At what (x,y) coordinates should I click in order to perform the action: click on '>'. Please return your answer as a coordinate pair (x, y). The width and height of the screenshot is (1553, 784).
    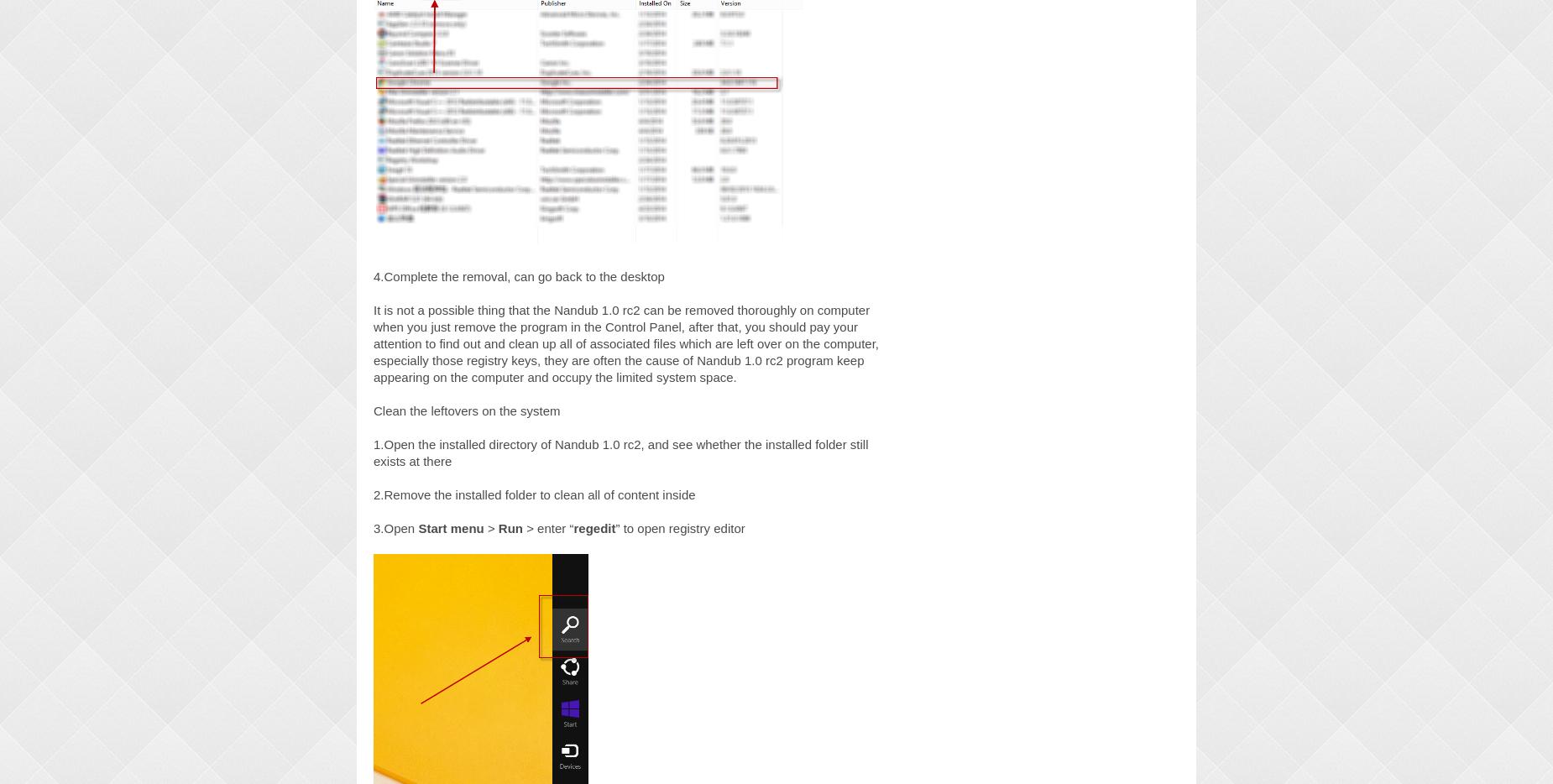
    Looking at the image, I should click on (490, 527).